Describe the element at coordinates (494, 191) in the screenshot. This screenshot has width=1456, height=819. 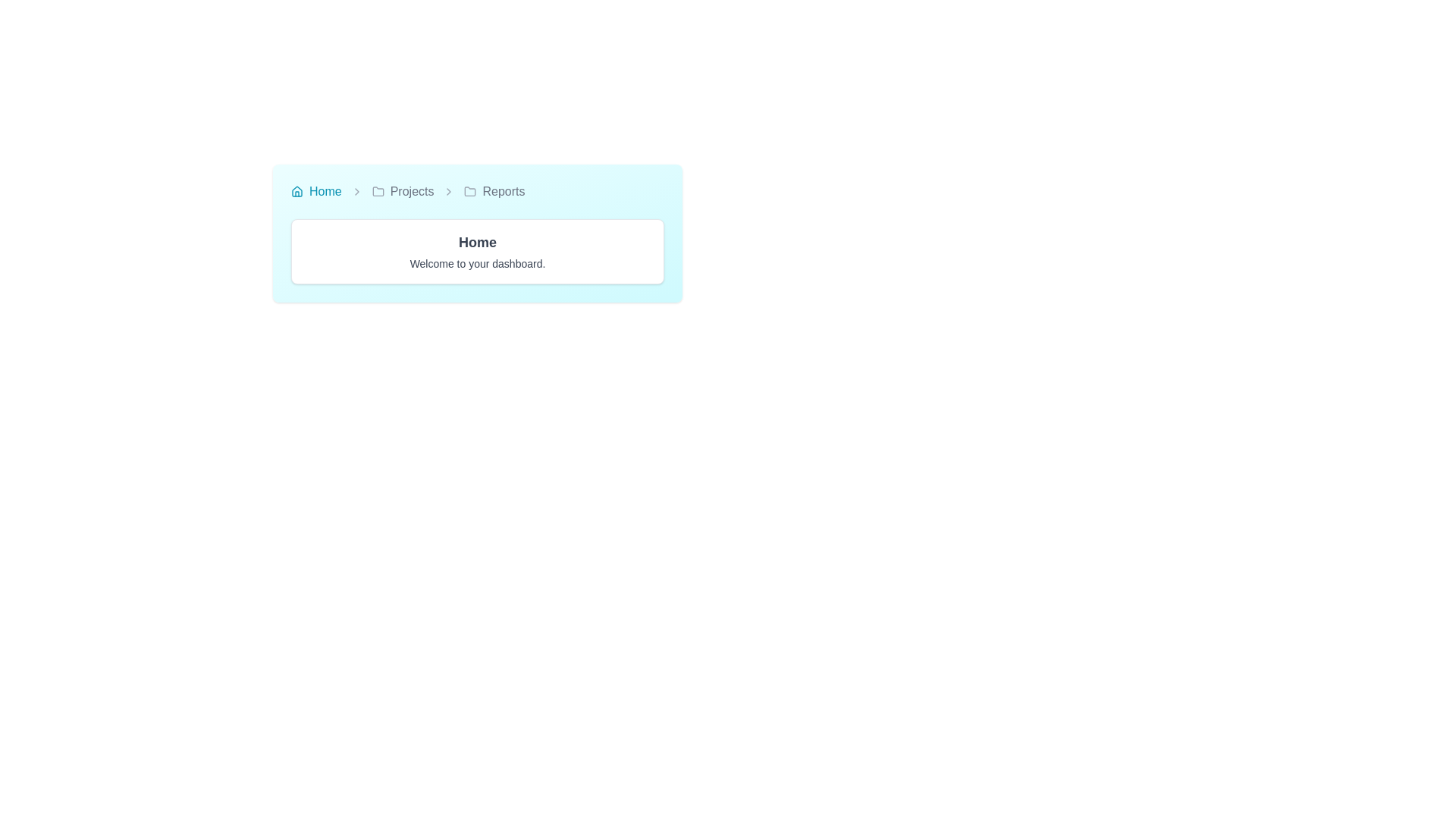
I see `the 'Reports' breadcrumb link with an icon` at that location.